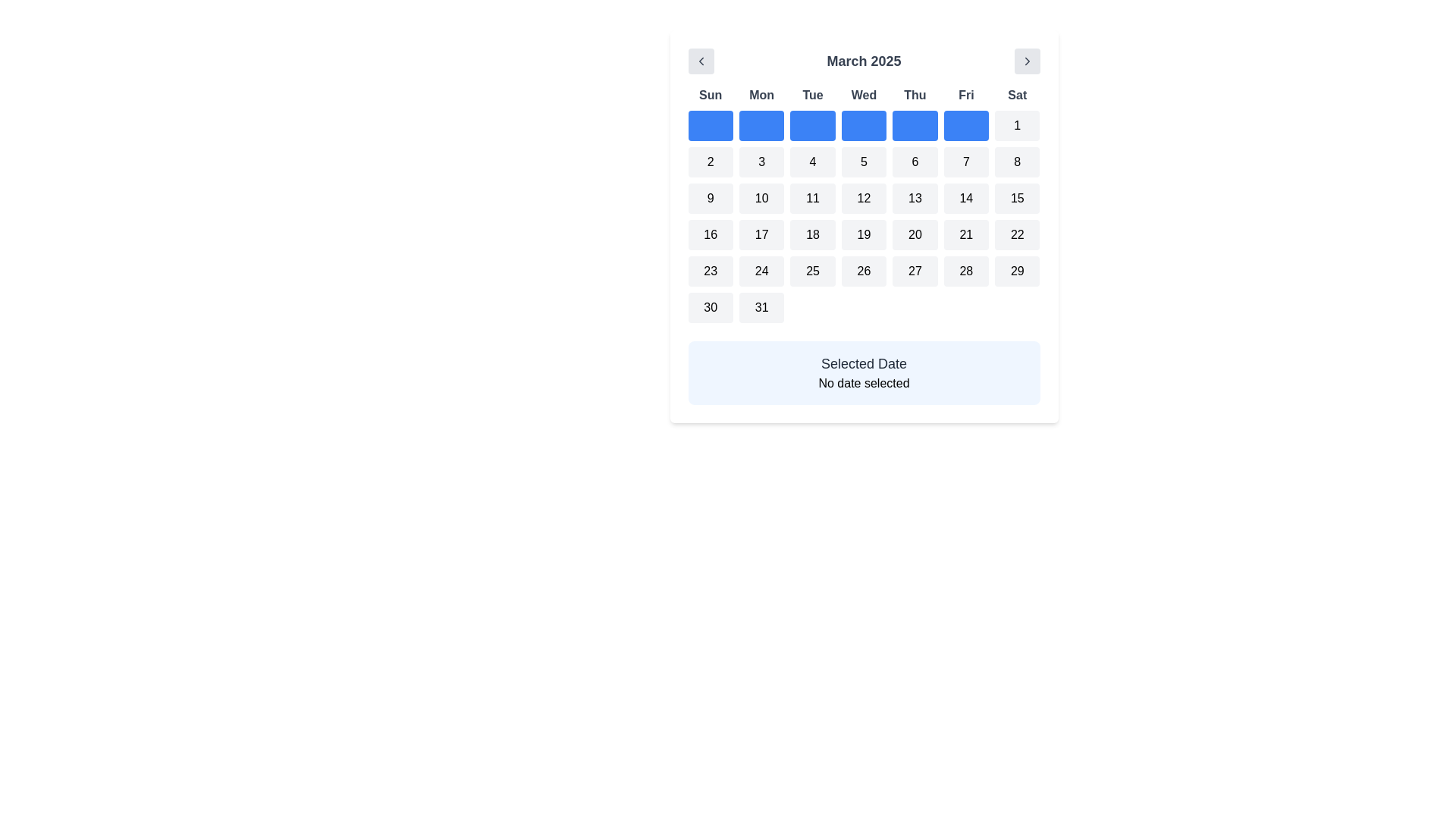  What do you see at coordinates (965, 271) in the screenshot?
I see `the button labeled '28', which is styled with a rounded shape and light gray background` at bounding box center [965, 271].